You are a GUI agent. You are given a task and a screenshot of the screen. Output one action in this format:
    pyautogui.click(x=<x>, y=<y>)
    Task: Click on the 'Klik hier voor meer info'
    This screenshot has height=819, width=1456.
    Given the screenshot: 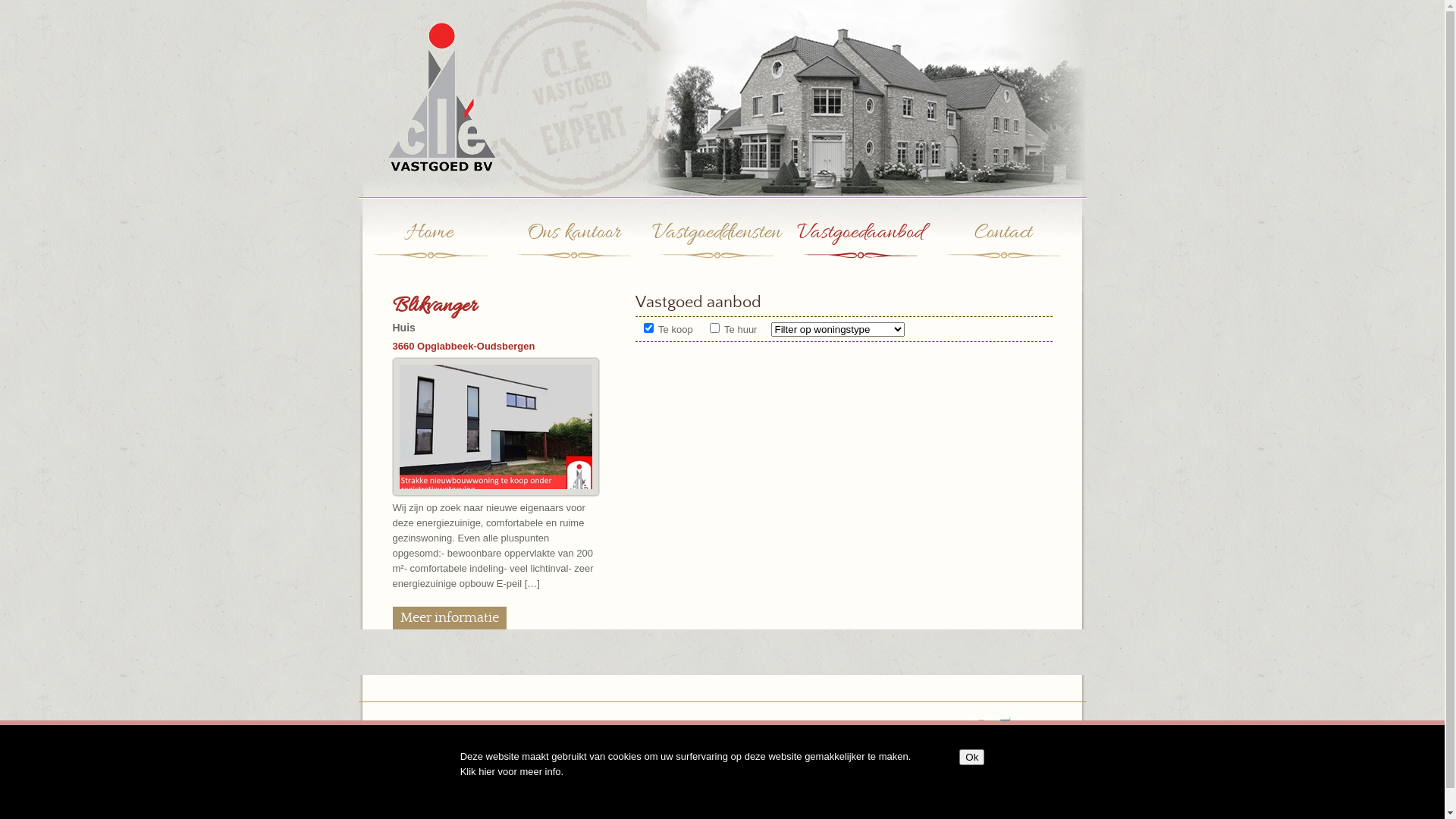 What is the action you would take?
    pyautogui.click(x=510, y=771)
    